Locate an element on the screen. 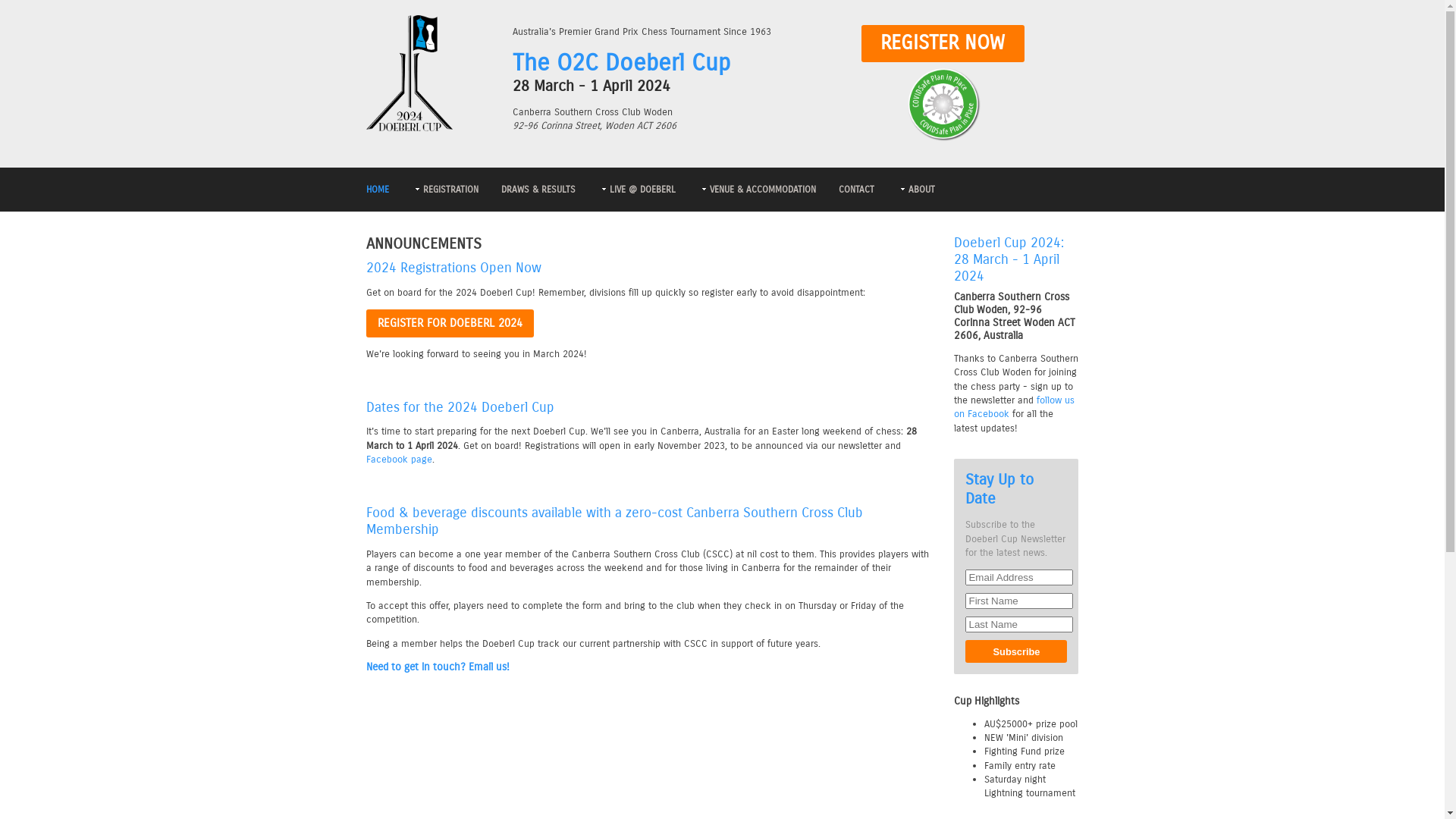 The width and height of the screenshot is (1456, 819). 'LIVE @ DOEBERL' is located at coordinates (596, 189).